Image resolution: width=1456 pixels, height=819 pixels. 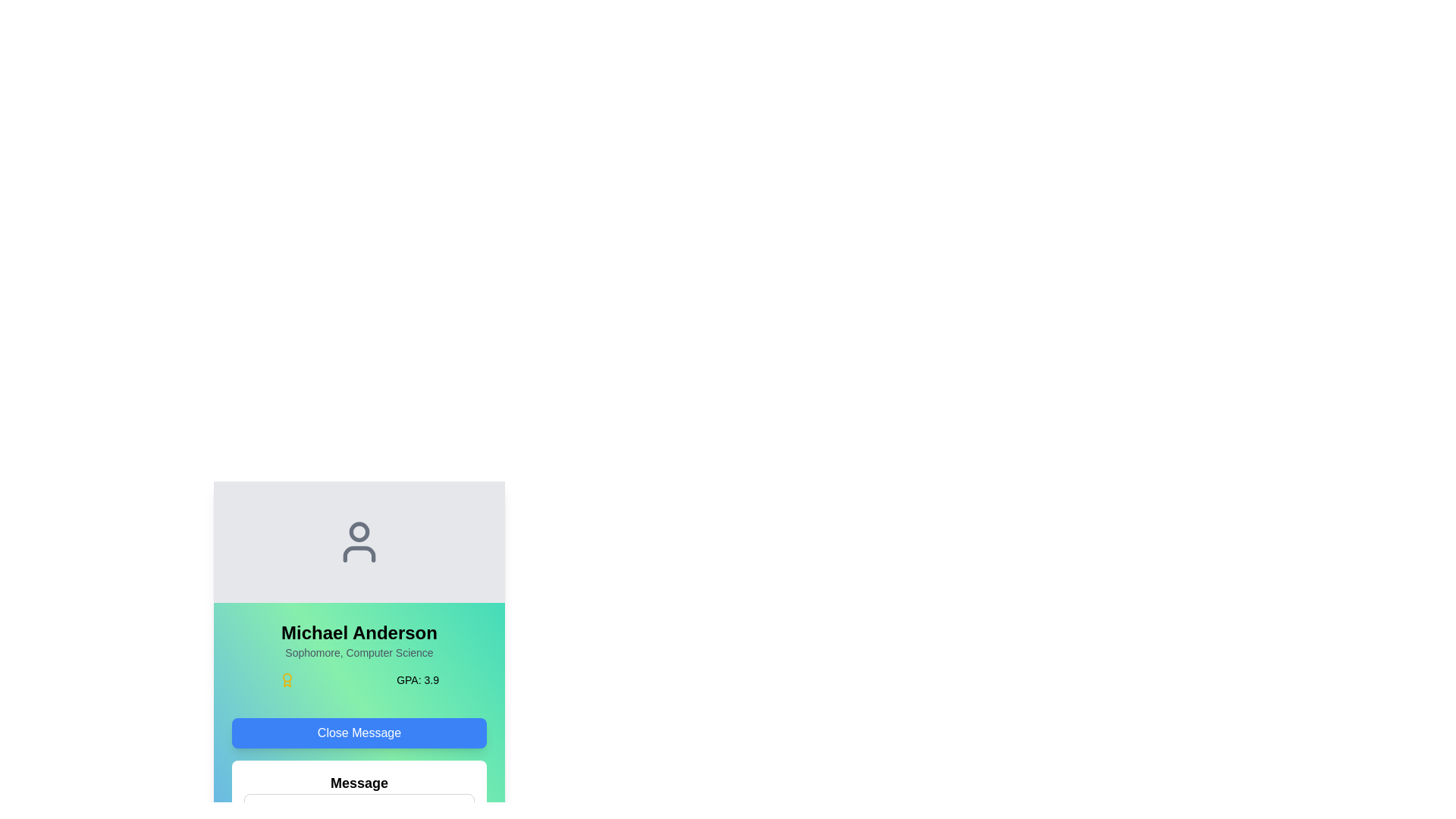 I want to click on the filled circle SVG element representing the user's profile icon, which is centrally aligned at the top of the user card interface, so click(x=359, y=531).